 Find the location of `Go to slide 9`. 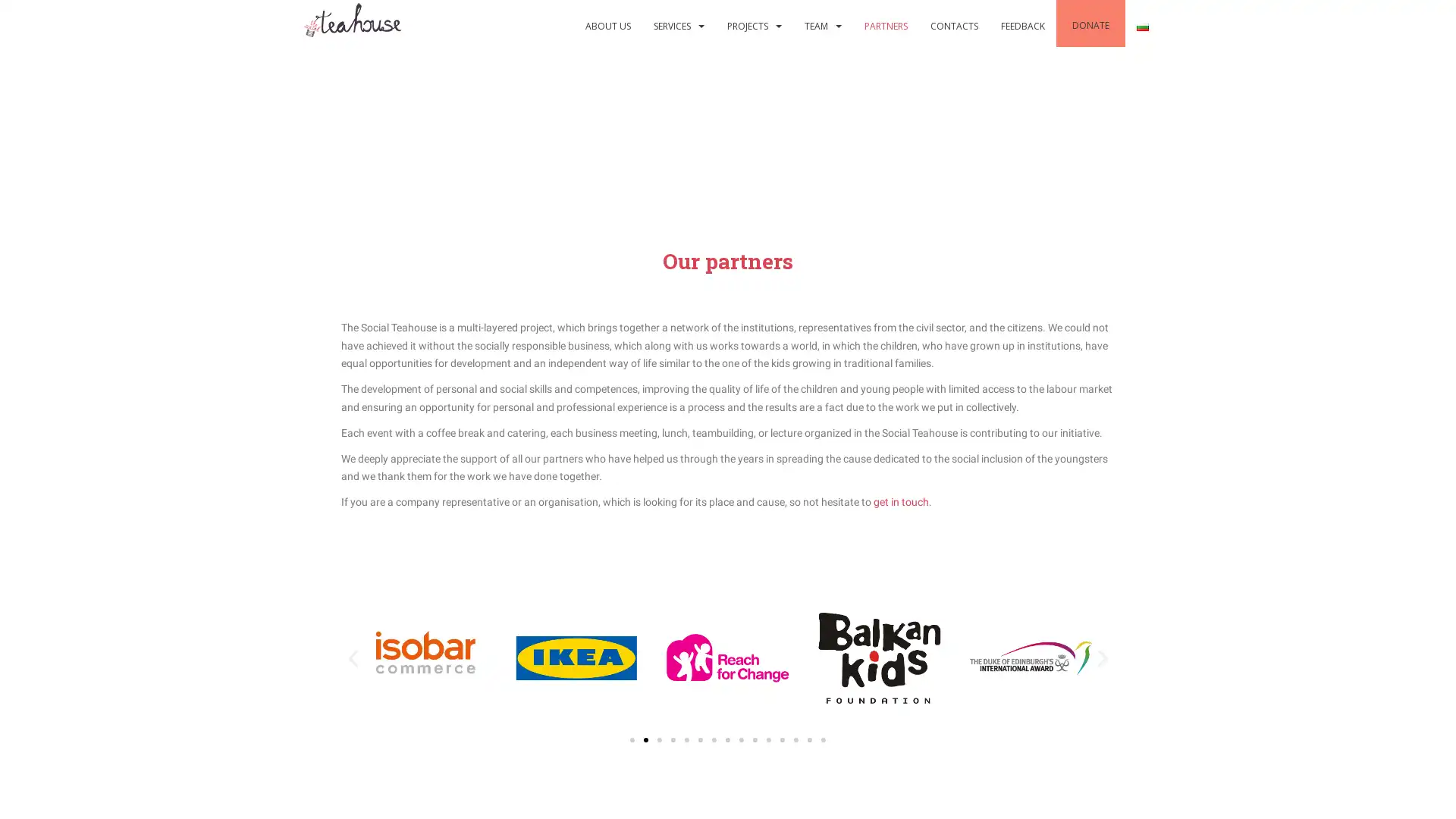

Go to slide 9 is located at coordinates (742, 739).